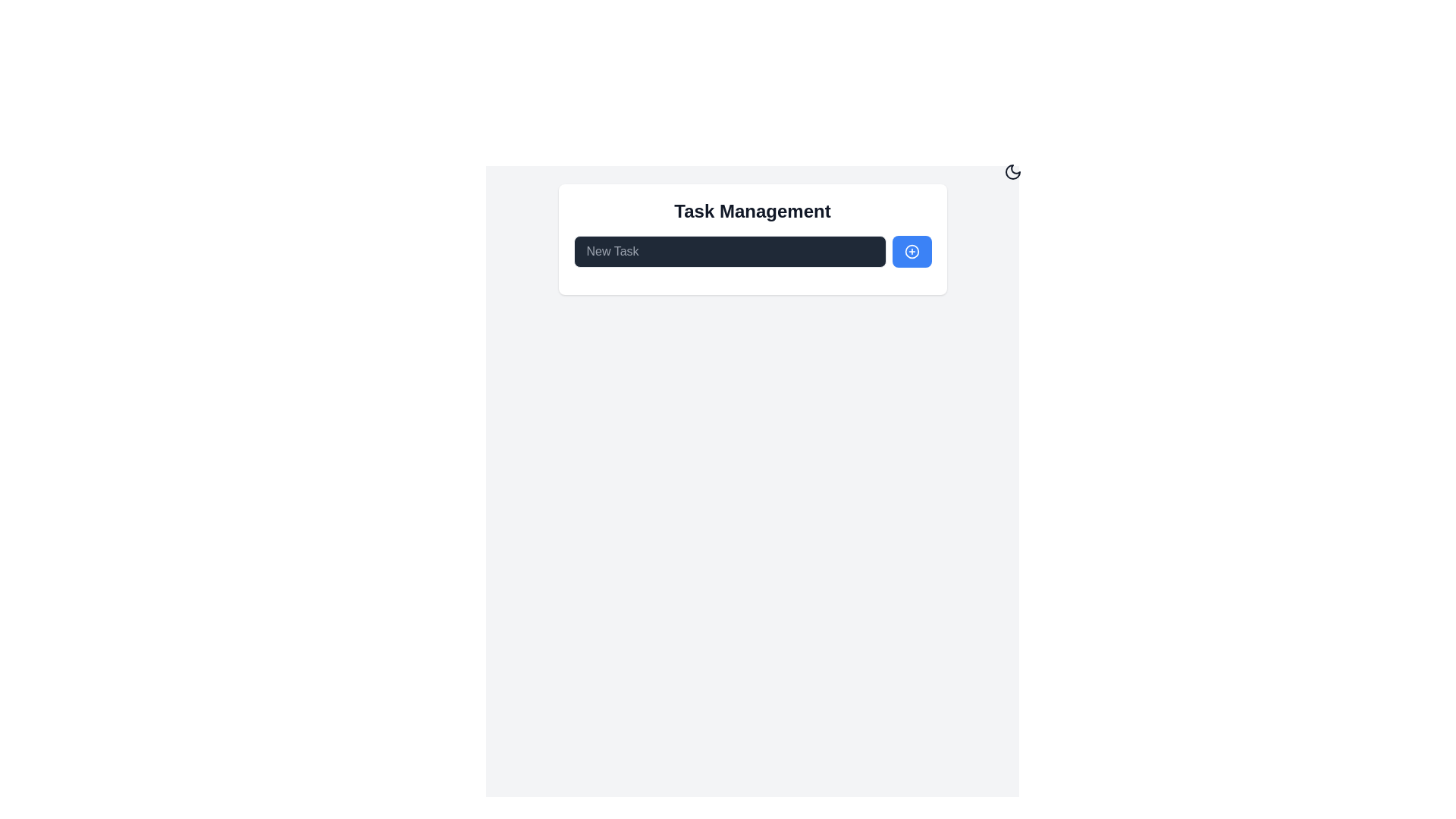 Image resolution: width=1456 pixels, height=819 pixels. What do you see at coordinates (730, 250) in the screenshot?
I see `the text input field for new tasks, which has the placeholder 'New Task'` at bounding box center [730, 250].